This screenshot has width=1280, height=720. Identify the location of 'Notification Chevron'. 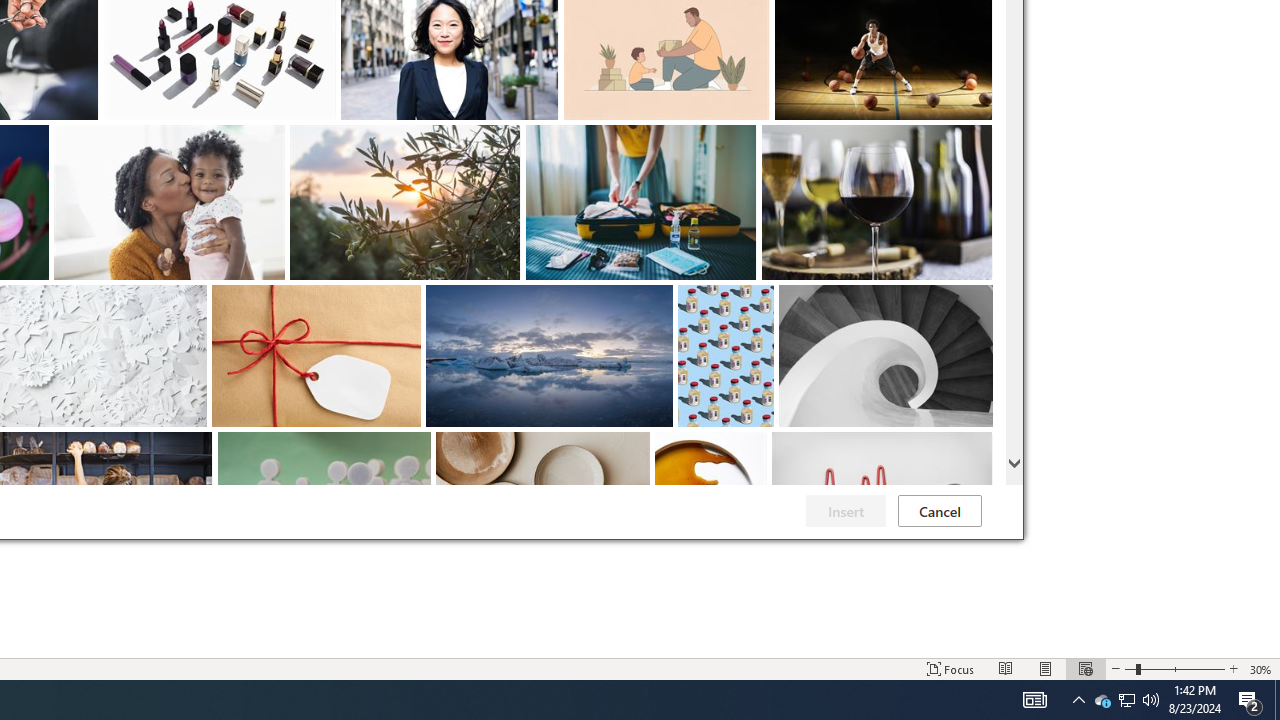
(1078, 698).